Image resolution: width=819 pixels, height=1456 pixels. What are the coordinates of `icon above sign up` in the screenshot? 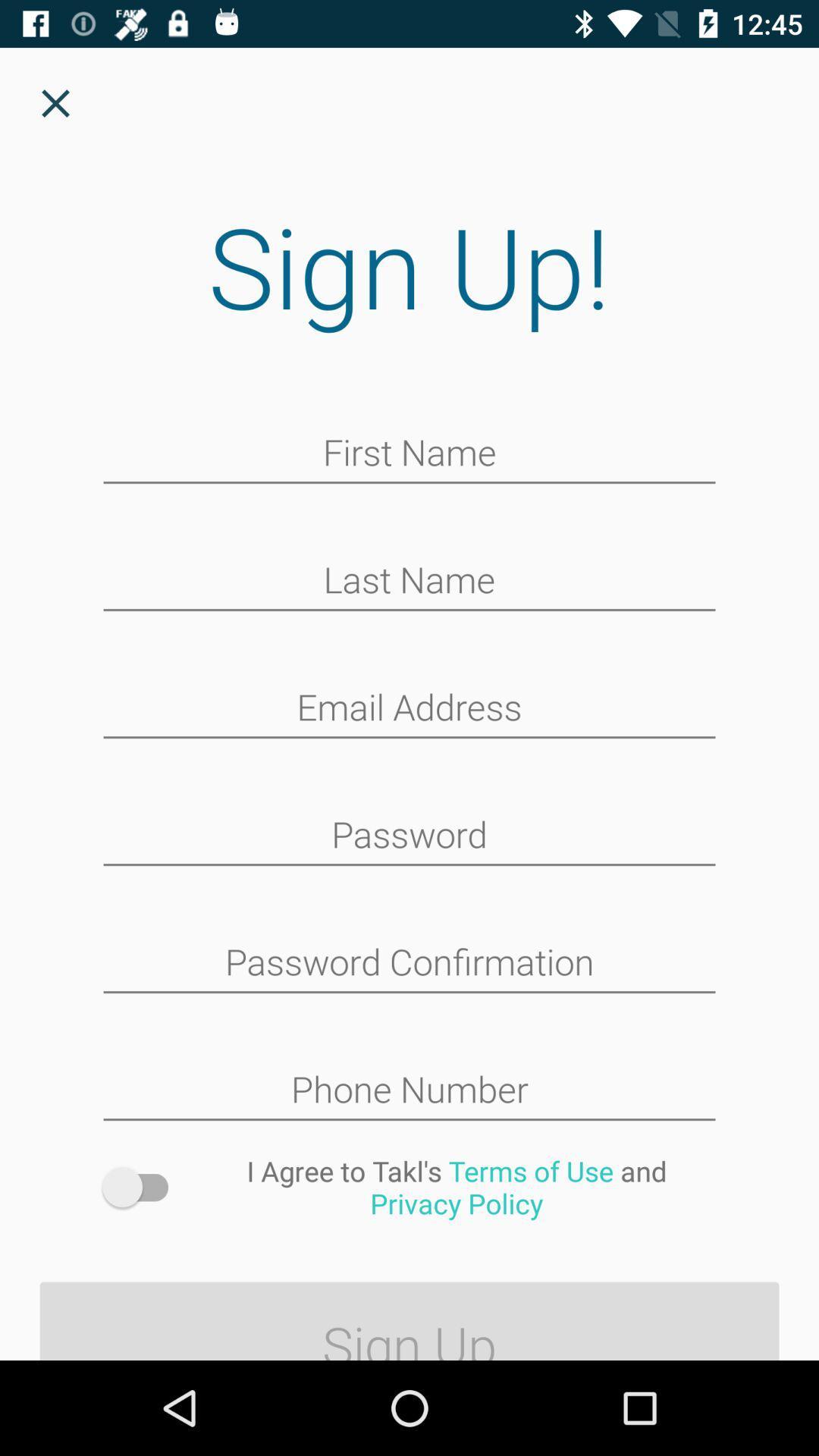 It's located at (143, 1186).